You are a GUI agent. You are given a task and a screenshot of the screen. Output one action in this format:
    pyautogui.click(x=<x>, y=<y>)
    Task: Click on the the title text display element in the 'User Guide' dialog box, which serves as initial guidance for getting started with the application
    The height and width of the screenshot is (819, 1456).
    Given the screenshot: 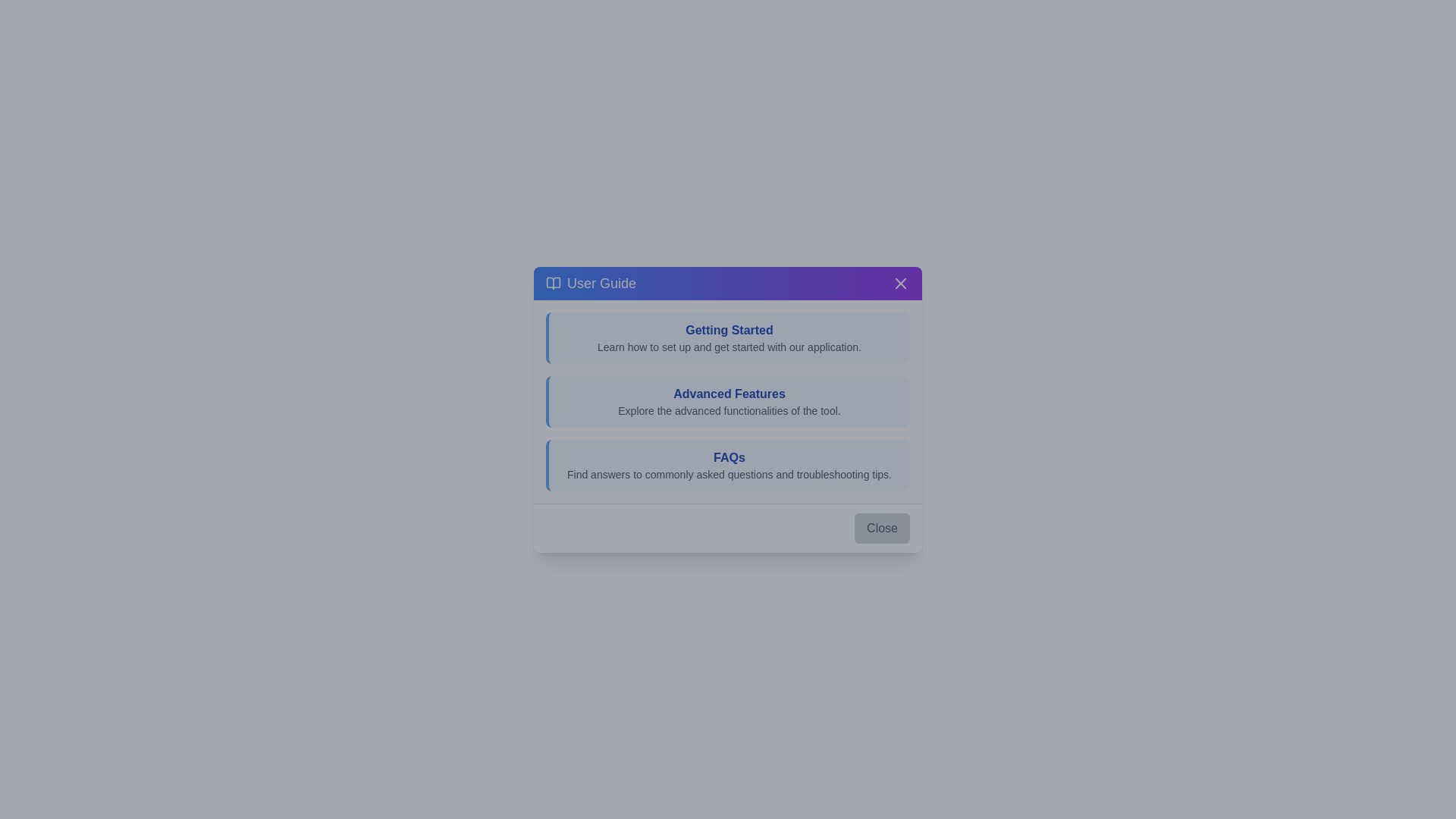 What is the action you would take?
    pyautogui.click(x=729, y=329)
    